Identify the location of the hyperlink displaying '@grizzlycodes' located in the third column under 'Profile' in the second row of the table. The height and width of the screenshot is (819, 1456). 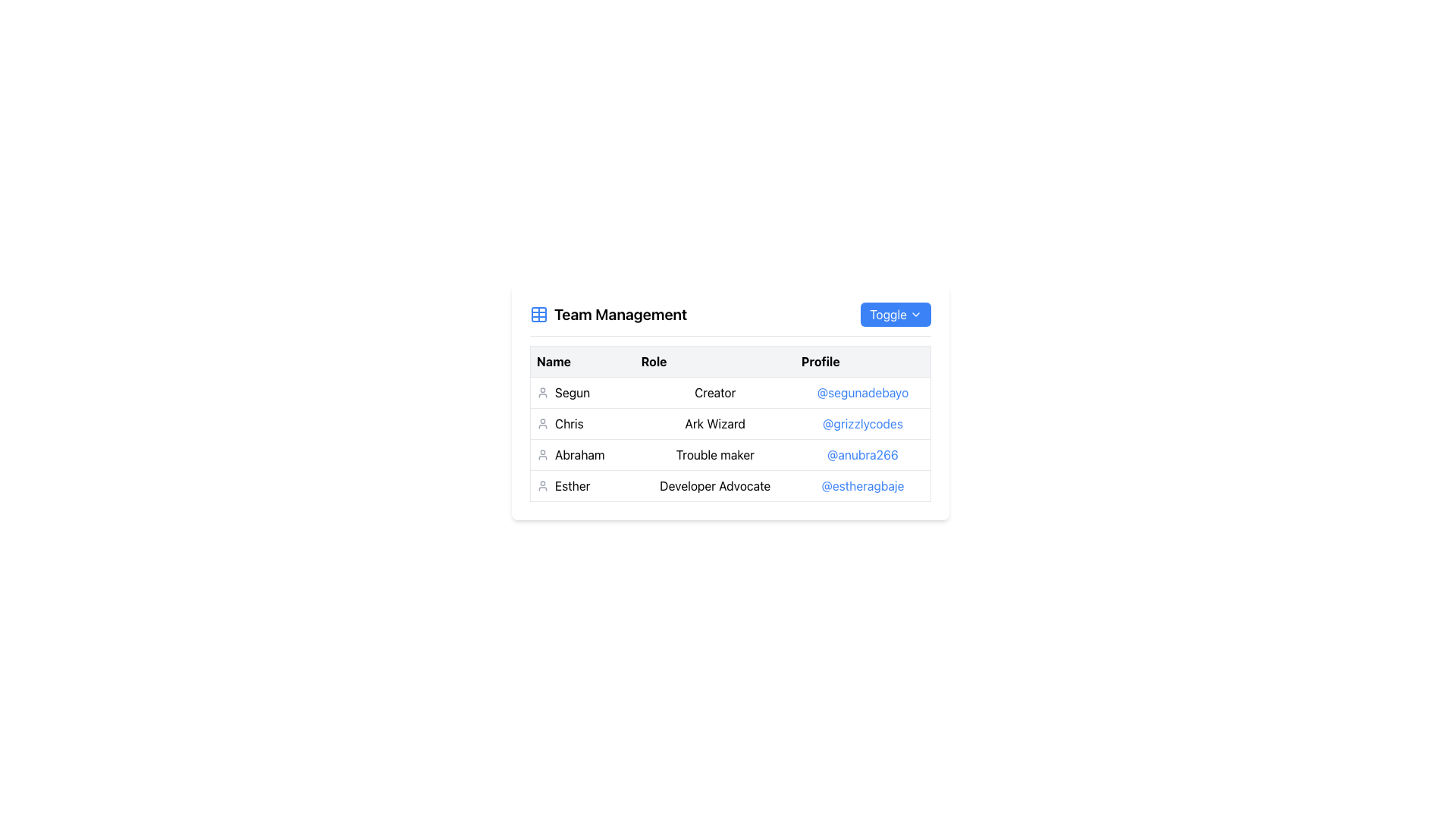
(863, 424).